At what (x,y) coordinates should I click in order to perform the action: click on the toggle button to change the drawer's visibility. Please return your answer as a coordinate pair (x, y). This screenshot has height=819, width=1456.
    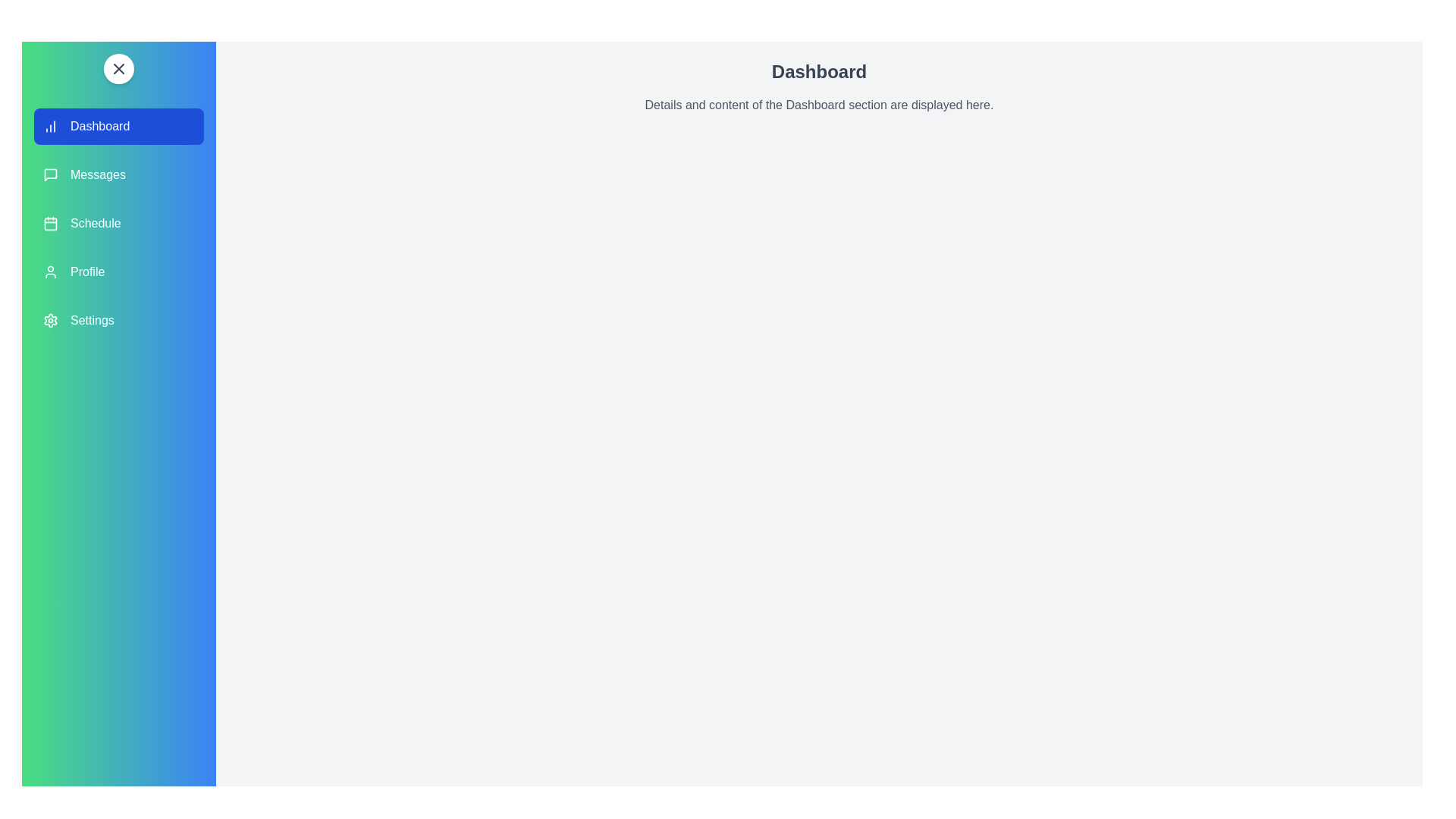
    Looking at the image, I should click on (118, 69).